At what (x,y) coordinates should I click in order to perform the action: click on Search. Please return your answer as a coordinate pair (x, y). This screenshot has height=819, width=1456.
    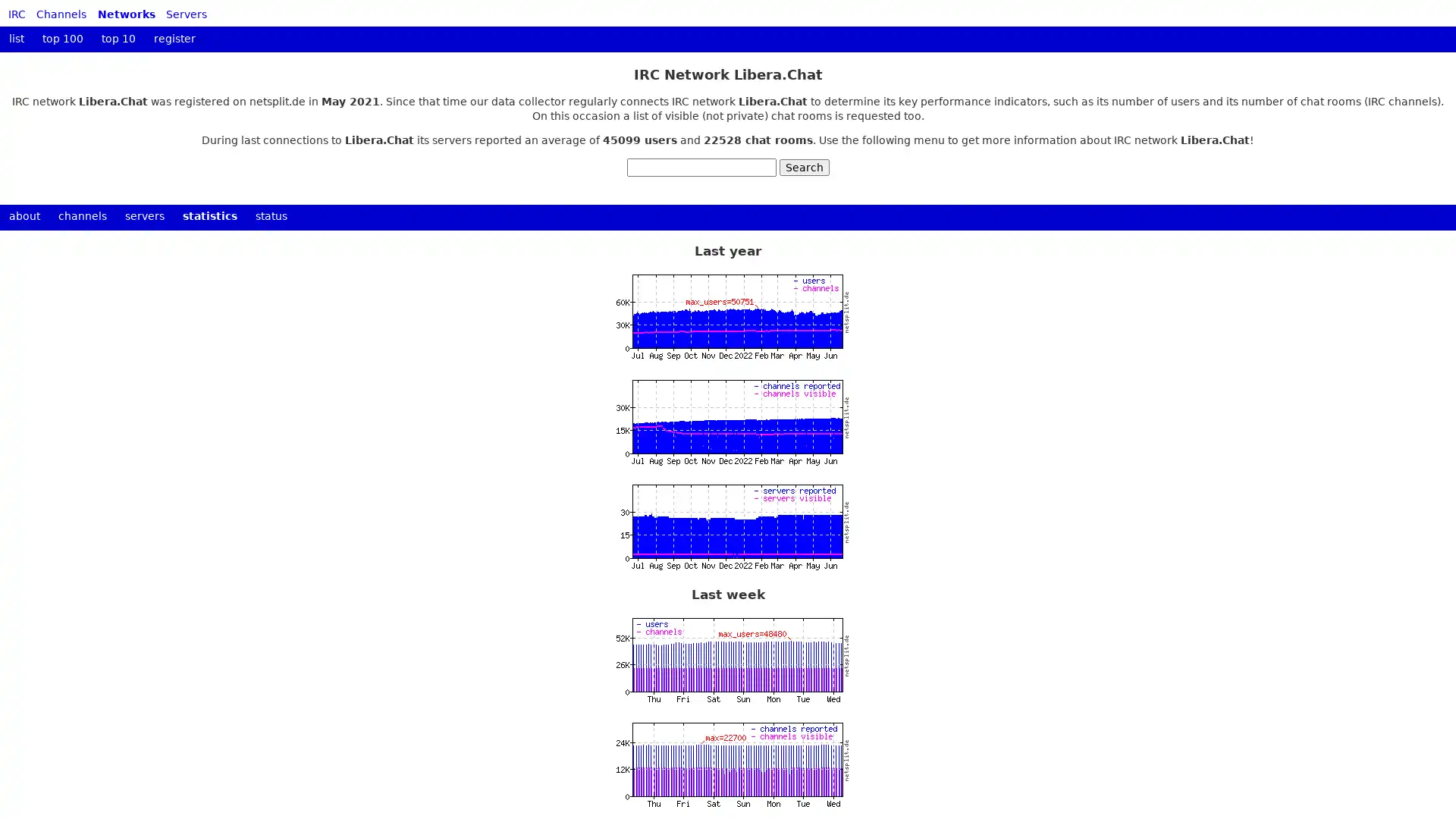
    Looking at the image, I should click on (803, 166).